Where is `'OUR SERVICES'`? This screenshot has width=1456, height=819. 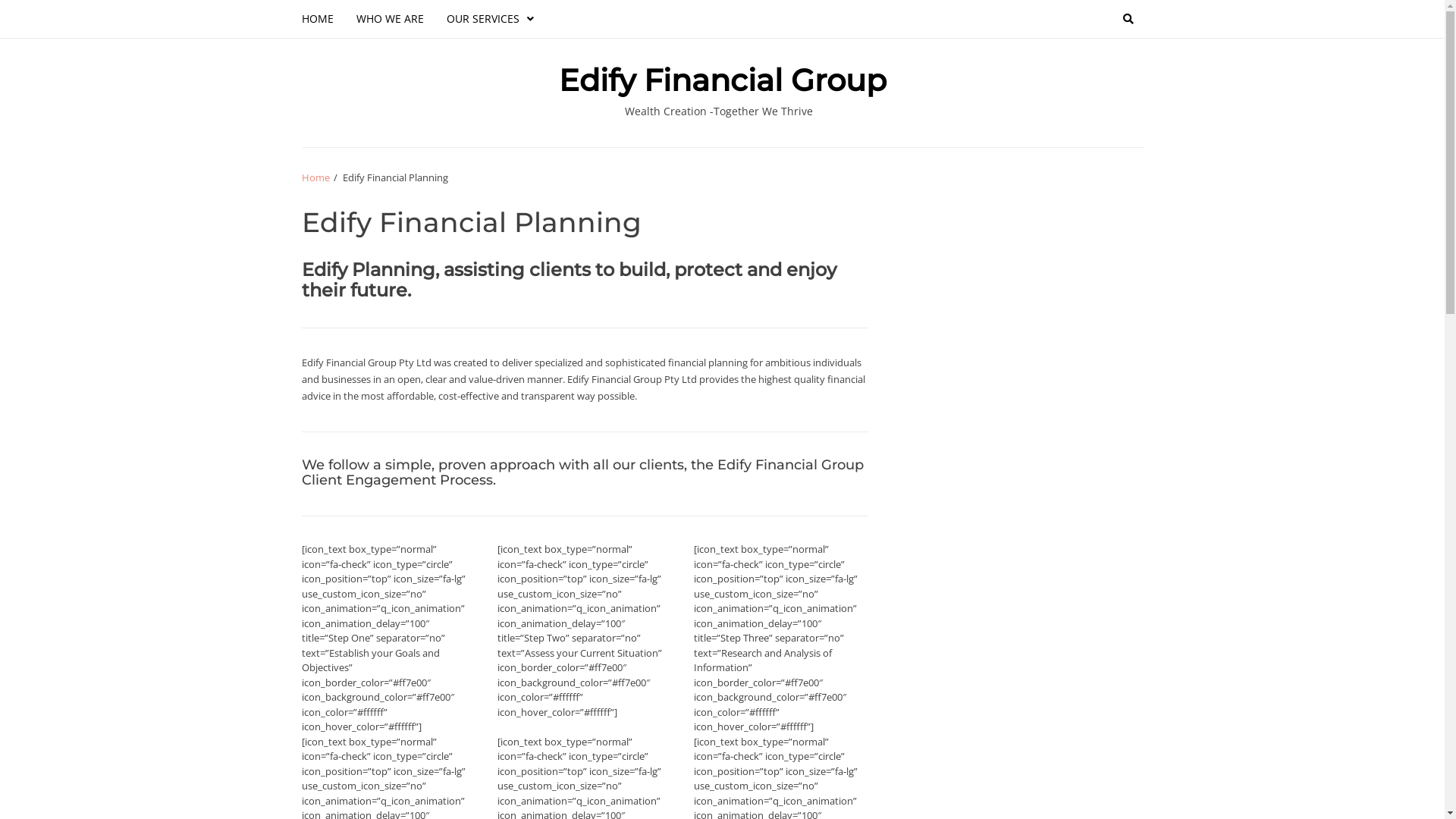 'OUR SERVICES' is located at coordinates (490, 18).